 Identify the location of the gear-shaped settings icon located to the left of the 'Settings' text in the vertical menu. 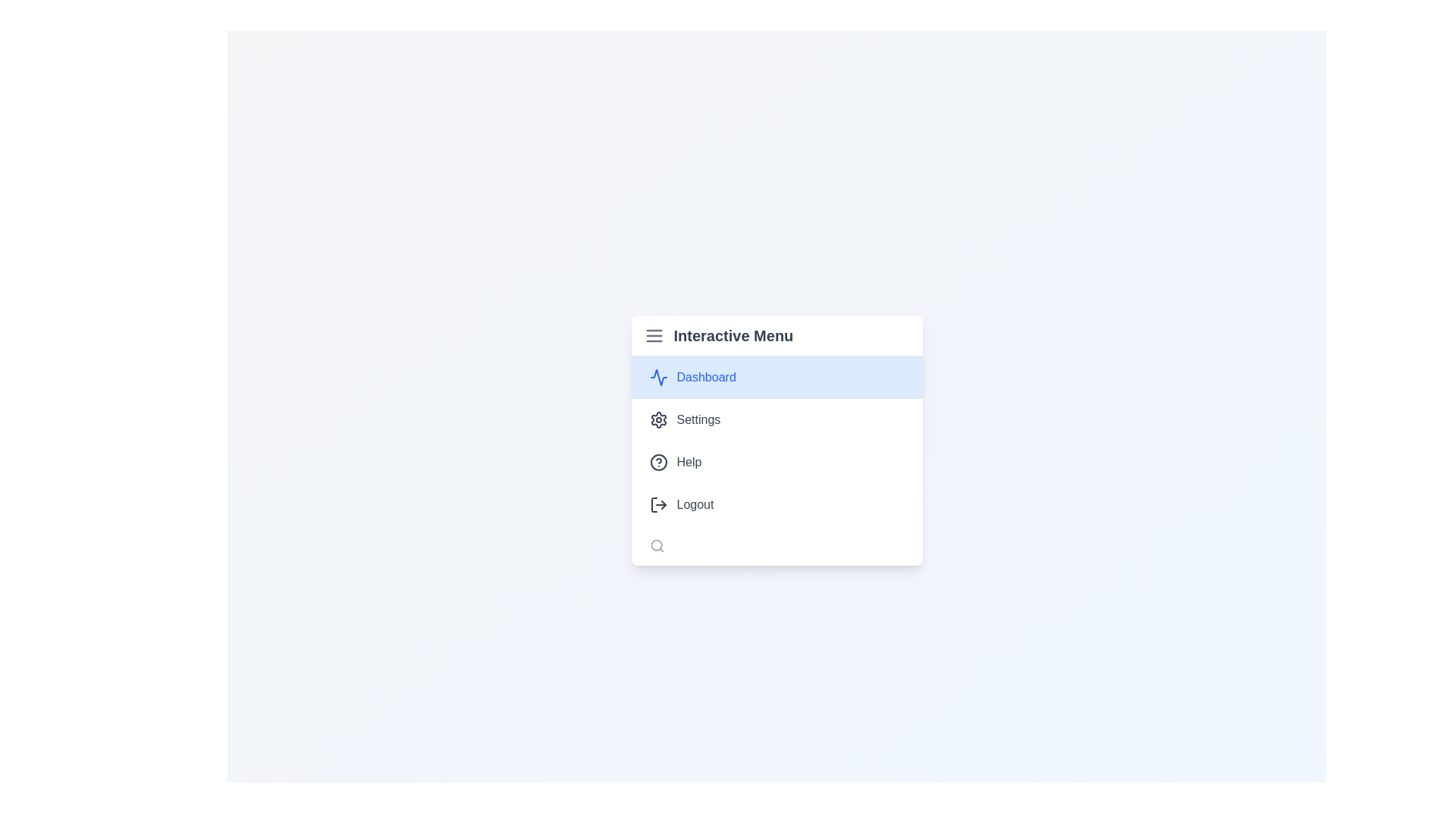
(658, 419).